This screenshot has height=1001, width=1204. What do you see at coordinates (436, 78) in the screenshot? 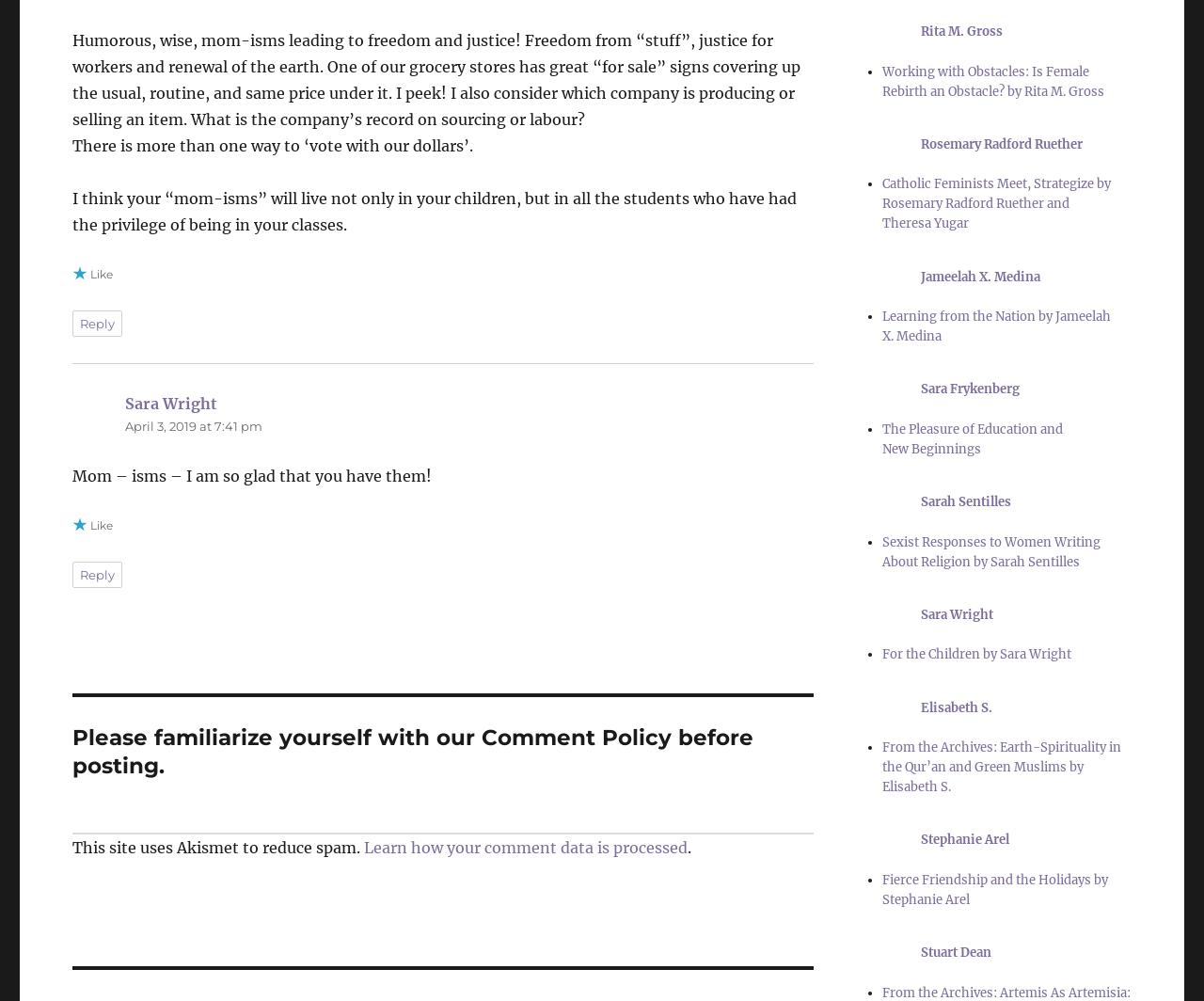
I see `'Humorous, wise, mom-isms leading to freedom and justice!  Freedom from “stuff”, justice for workers and renewal of the earth. One of our grocery stores has great “for sale” signs covering up the usual, routine, and same price under it.  I peek!  I also consider which company is producing or selling an item. What is the company’s record on sourcing or labour?'` at bounding box center [436, 78].